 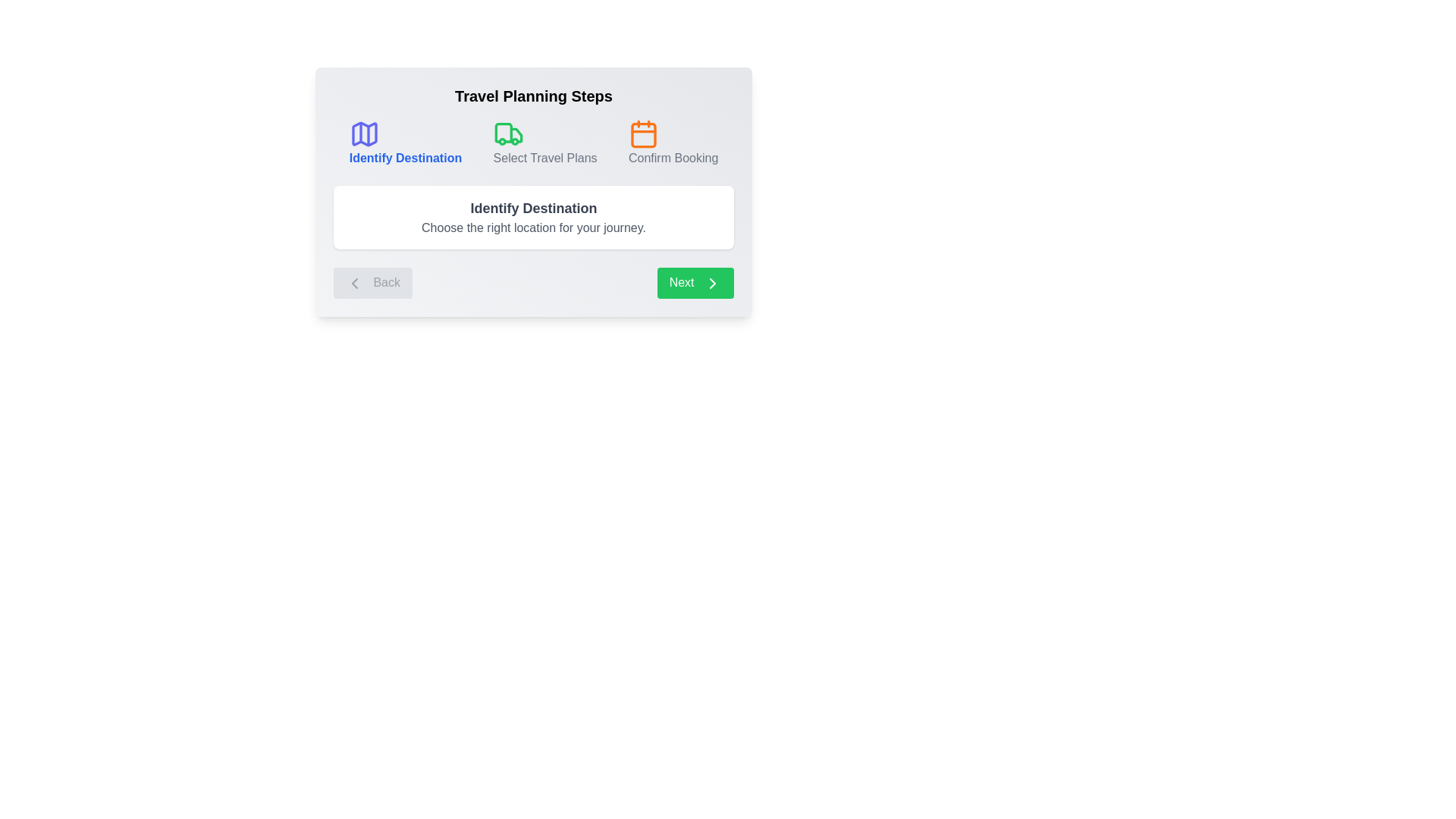 I want to click on the 'Identify Destination' icon in the step navigation bar at the top of the interface, so click(x=364, y=133).